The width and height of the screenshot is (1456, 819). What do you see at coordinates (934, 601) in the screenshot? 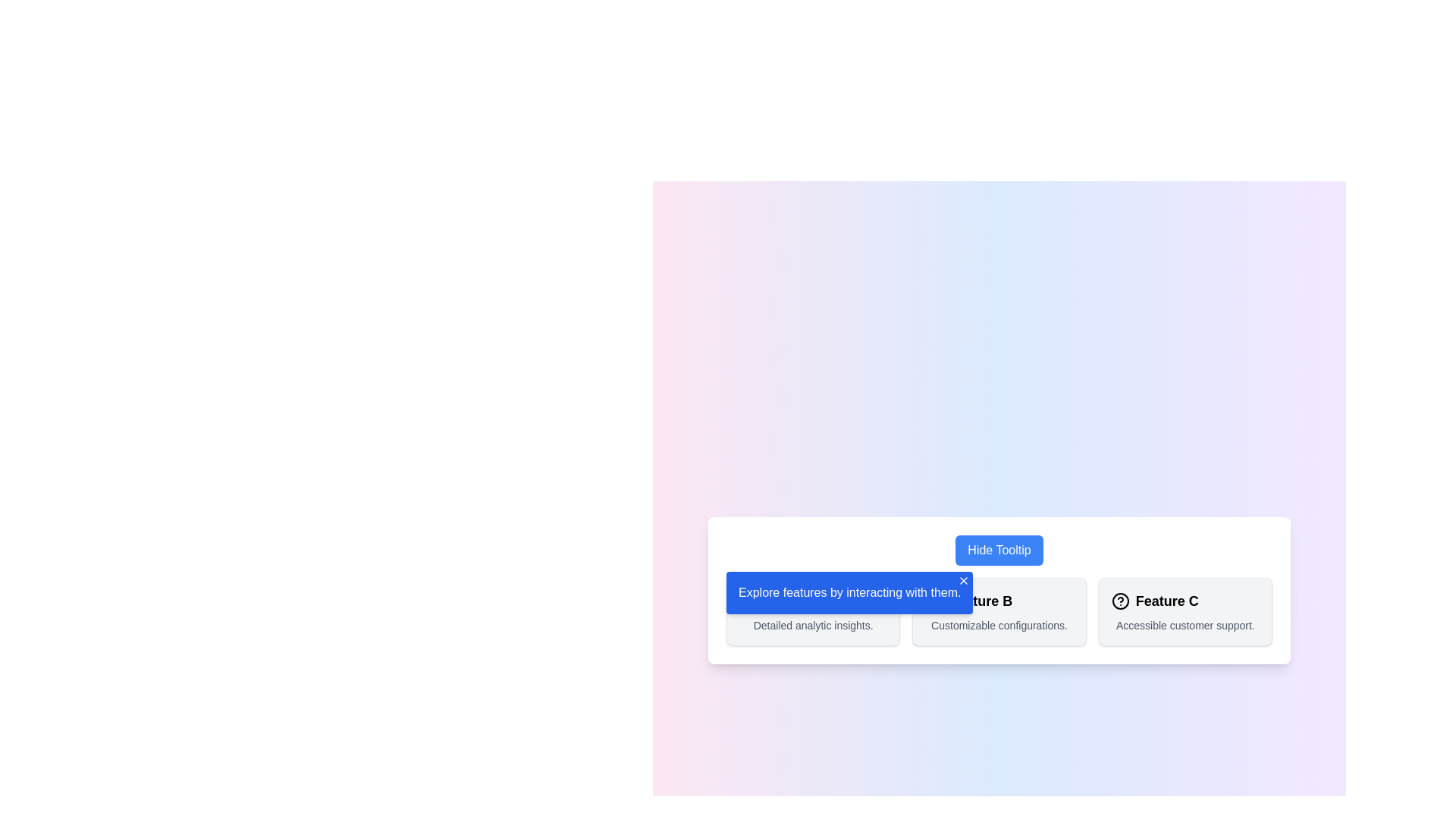
I see `the circular icon with a question mark symbol located to the left of the text 'Feature B' within the content area of the interface` at bounding box center [934, 601].